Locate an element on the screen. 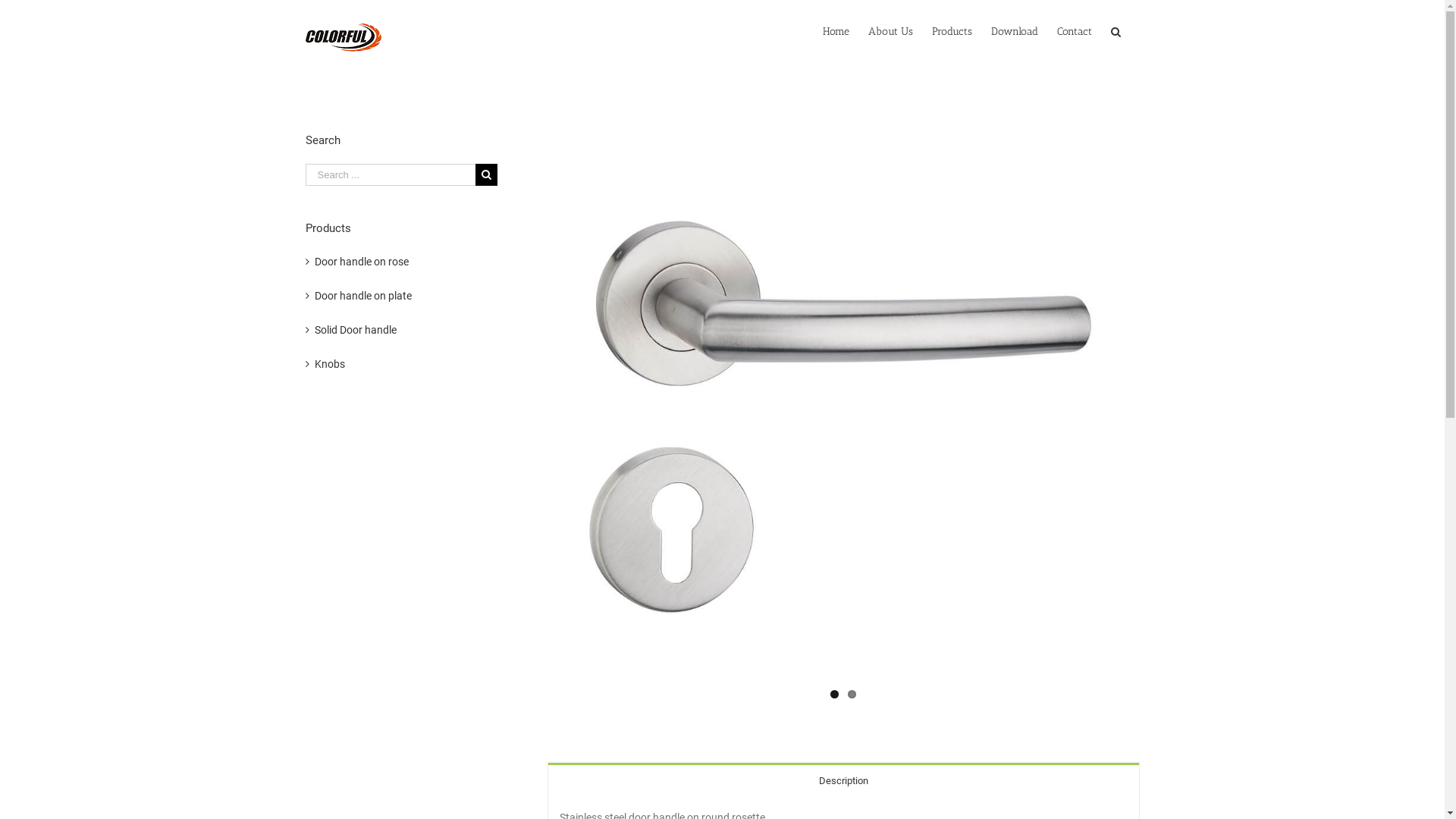 This screenshot has width=1456, height=819. 'Download' is located at coordinates (1014, 32).